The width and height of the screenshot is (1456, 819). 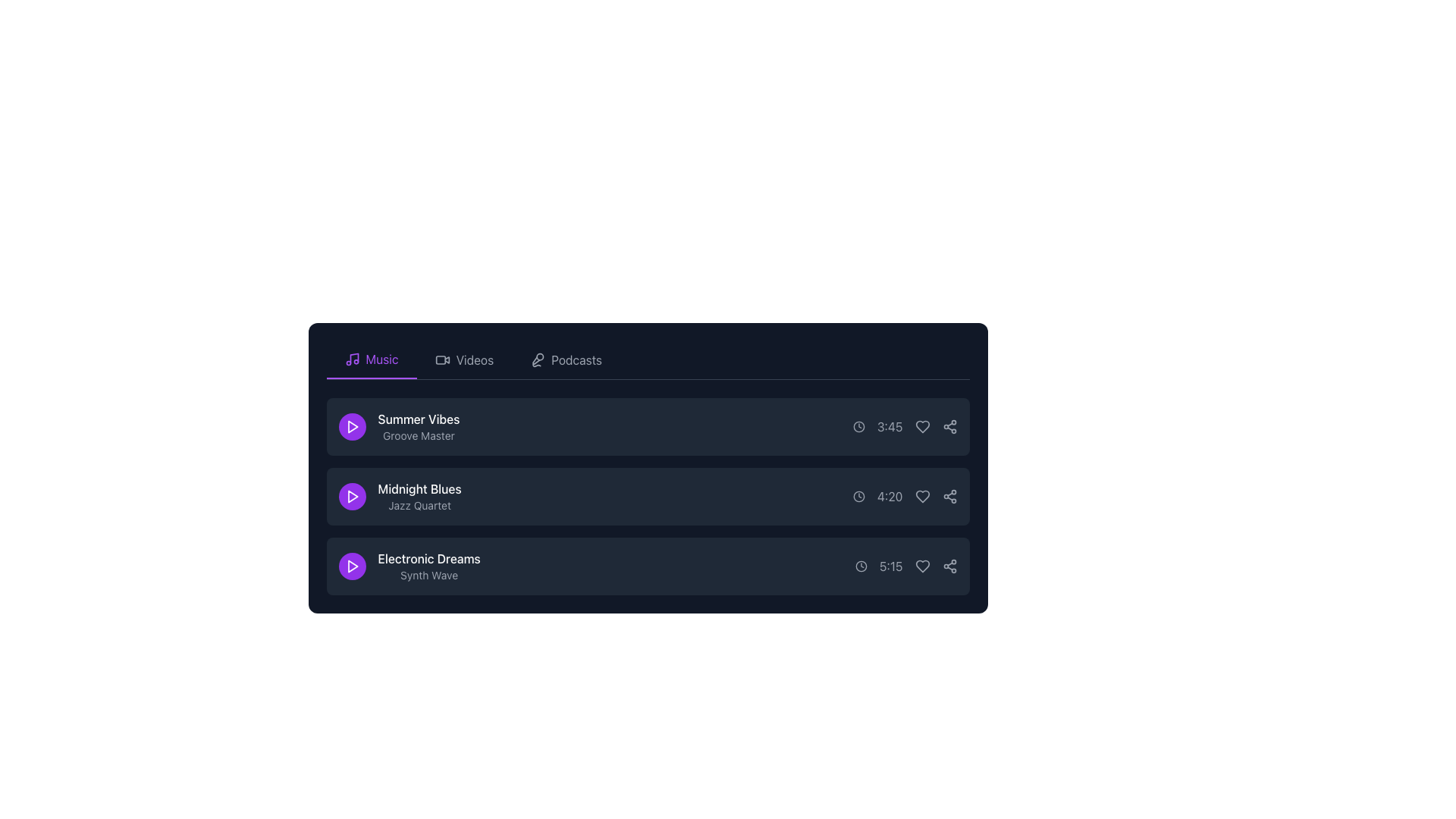 What do you see at coordinates (921, 427) in the screenshot?
I see `the heart-shaped icon button located in the topmost content row under the 'Music' tab` at bounding box center [921, 427].